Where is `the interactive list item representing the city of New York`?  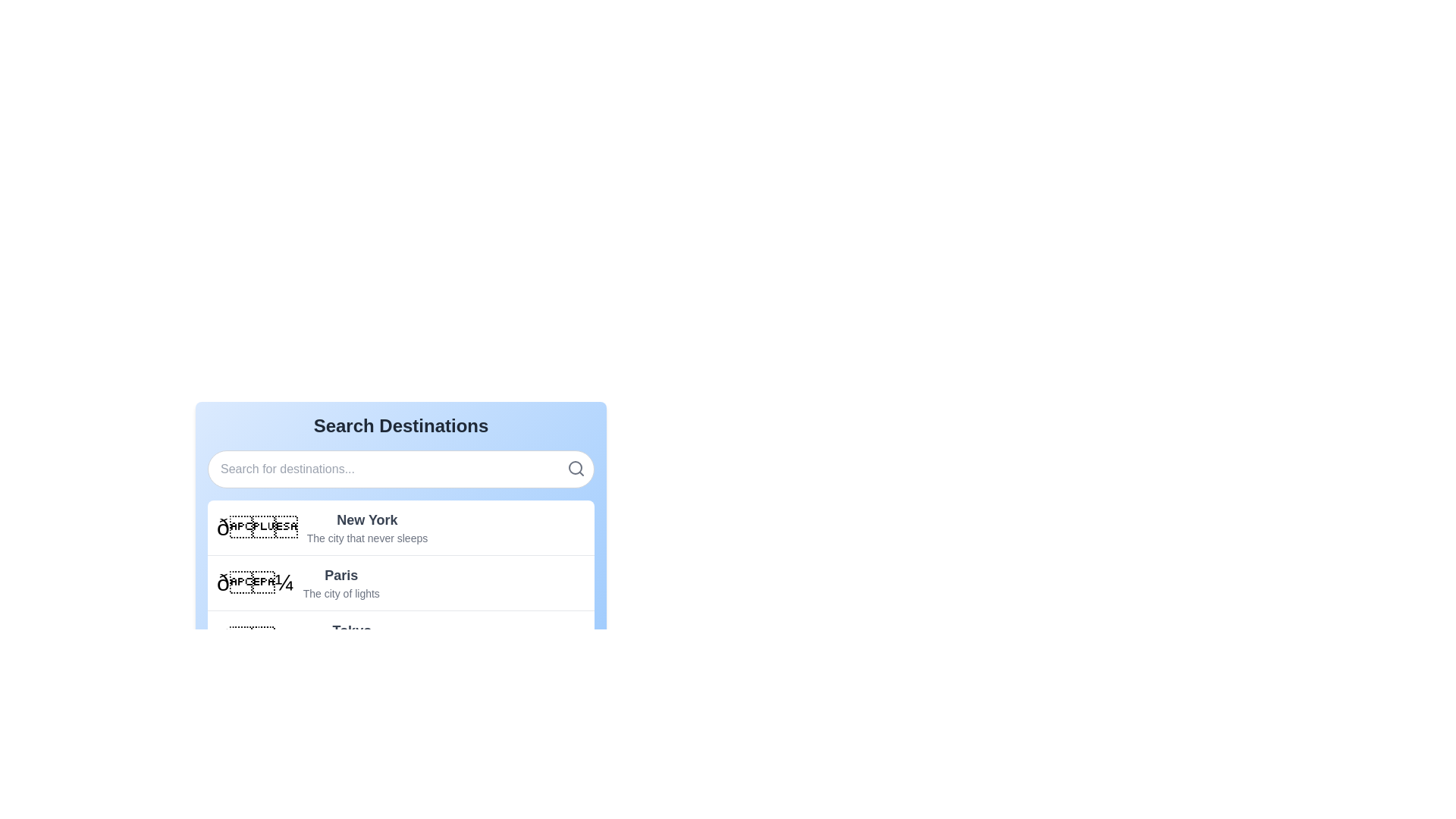
the interactive list item representing the city of New York is located at coordinates (400, 526).